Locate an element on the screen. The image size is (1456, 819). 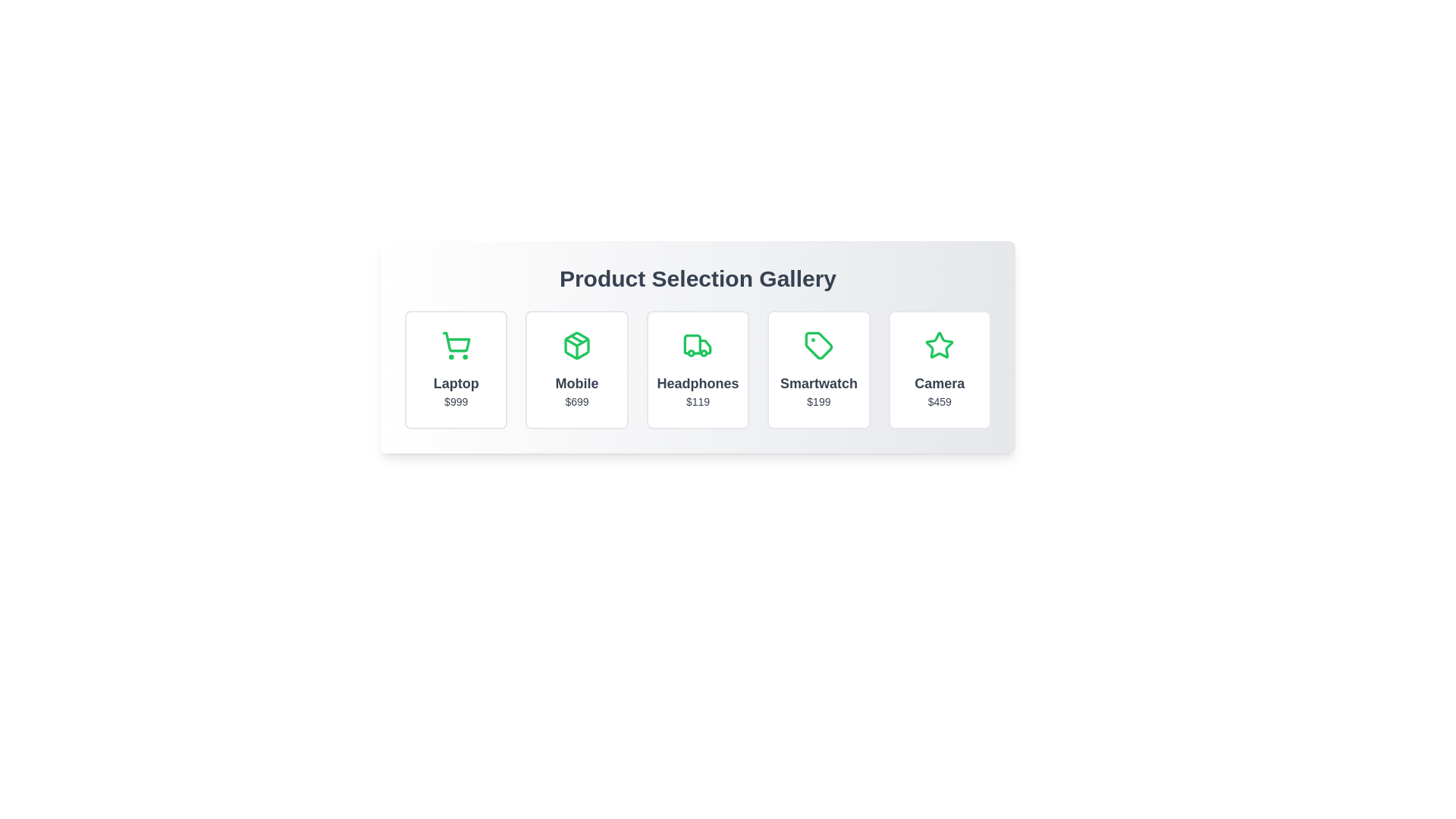
the green tag-shaped icon located within the smartwatch option of the product gallery, which has a cutout circle near one corner and is positioned above the smartwatch label is located at coordinates (817, 345).